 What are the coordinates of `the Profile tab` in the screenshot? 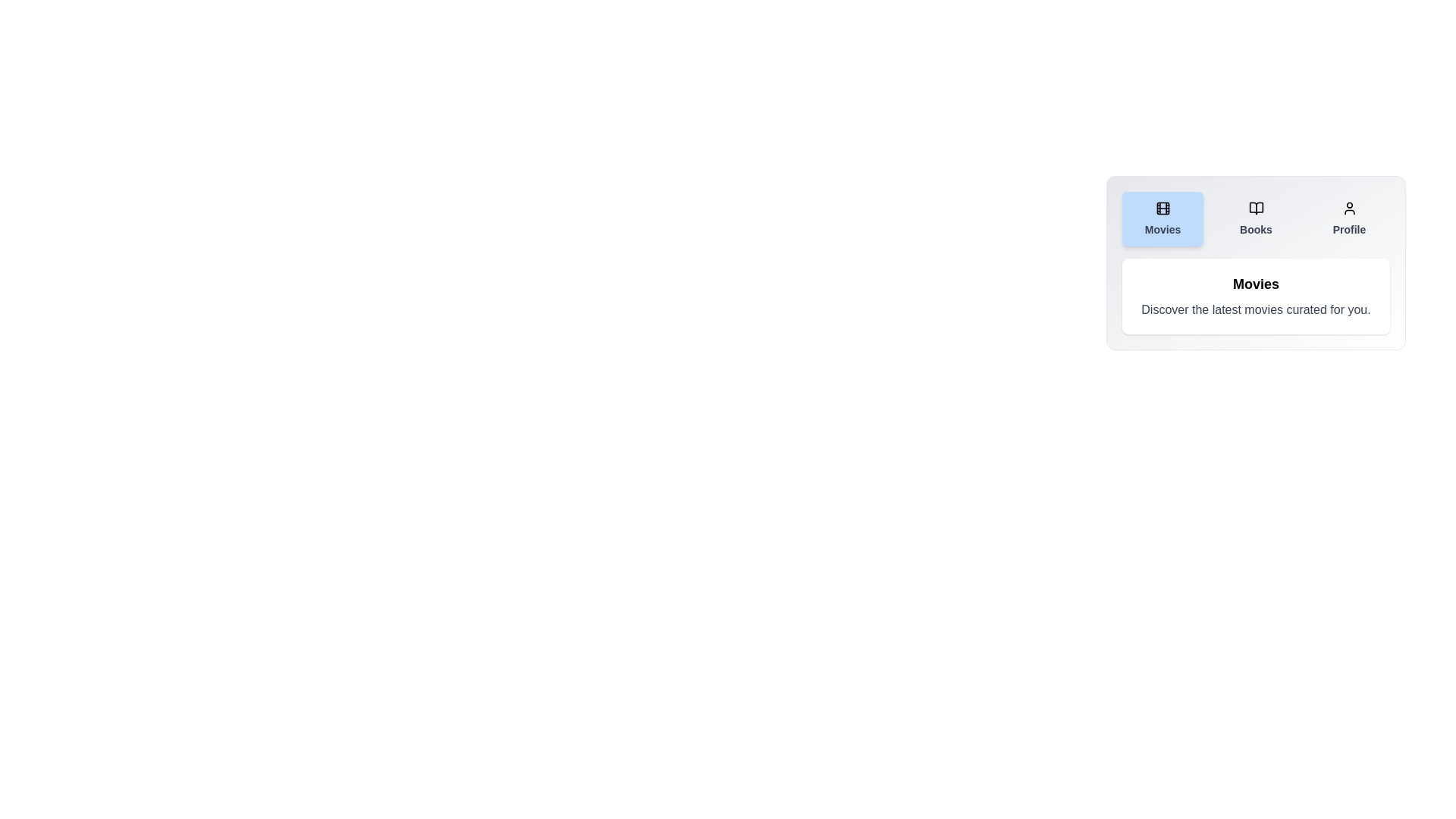 It's located at (1349, 219).